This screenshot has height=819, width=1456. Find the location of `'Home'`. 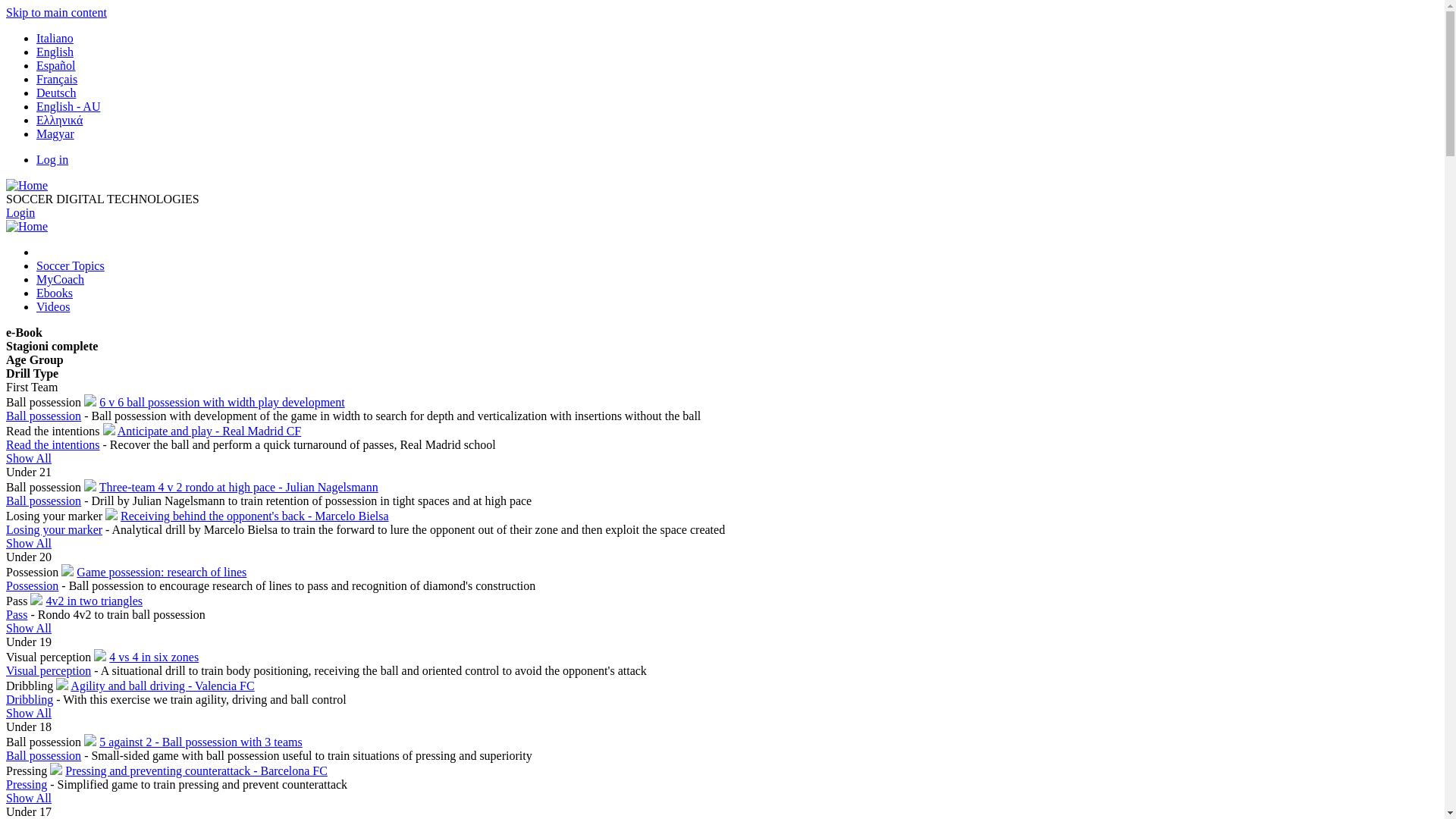

'Home' is located at coordinates (6, 184).